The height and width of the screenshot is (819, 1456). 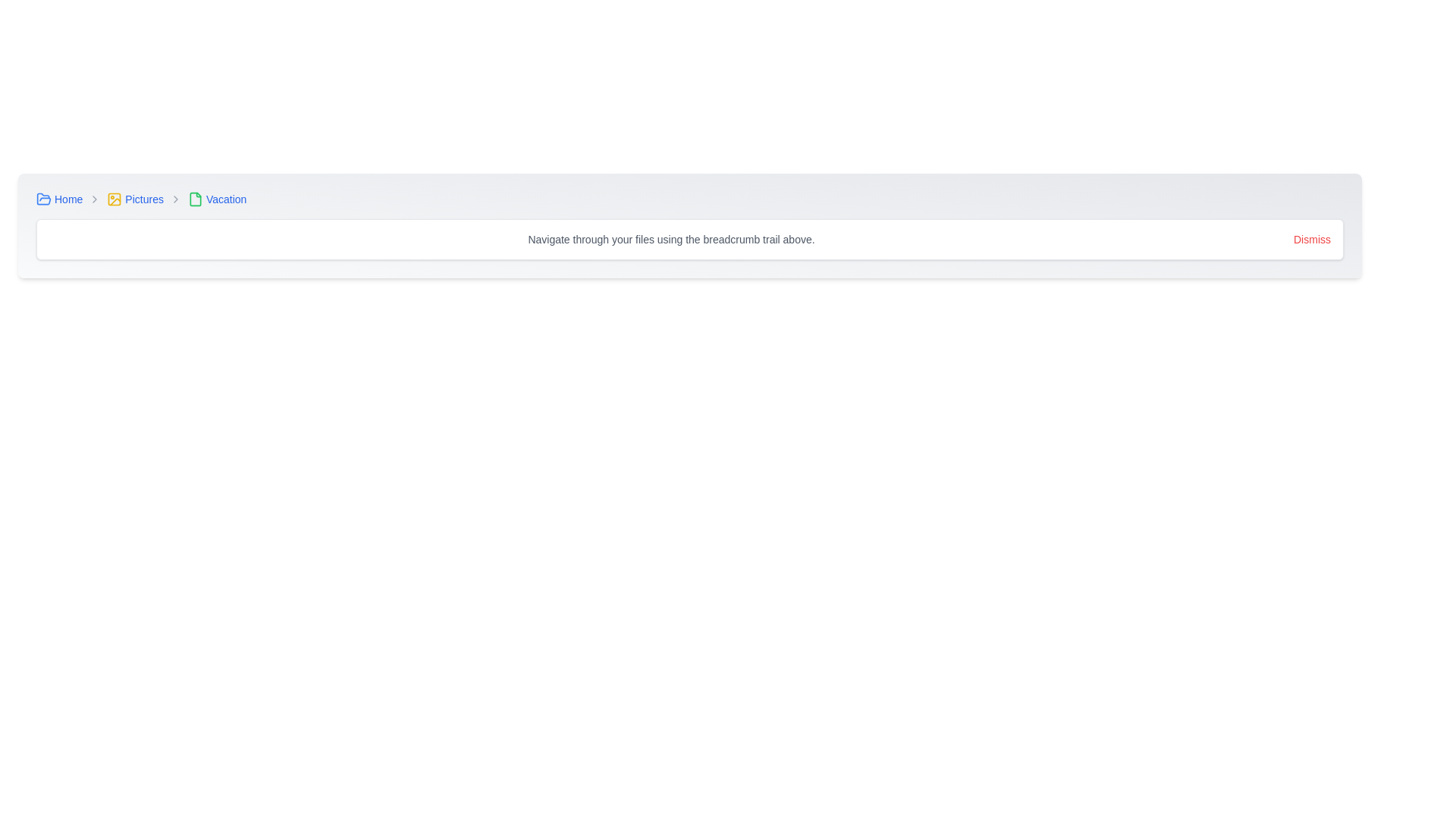 I want to click on the document icon in the breadcrumb navigation bar, located next to the label 'Vacation', so click(x=194, y=198).